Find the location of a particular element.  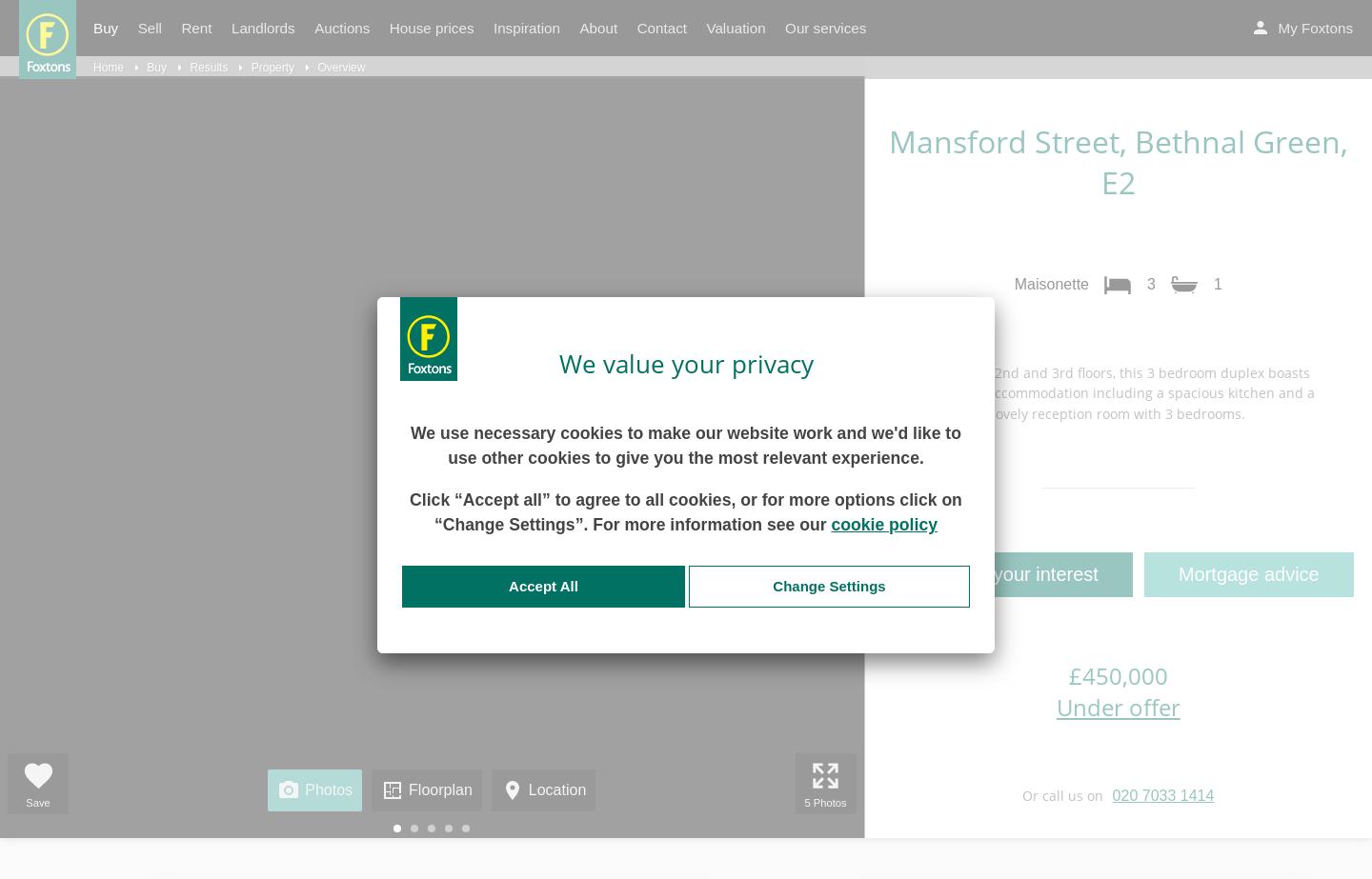

'020 7033 1414' is located at coordinates (1161, 794).